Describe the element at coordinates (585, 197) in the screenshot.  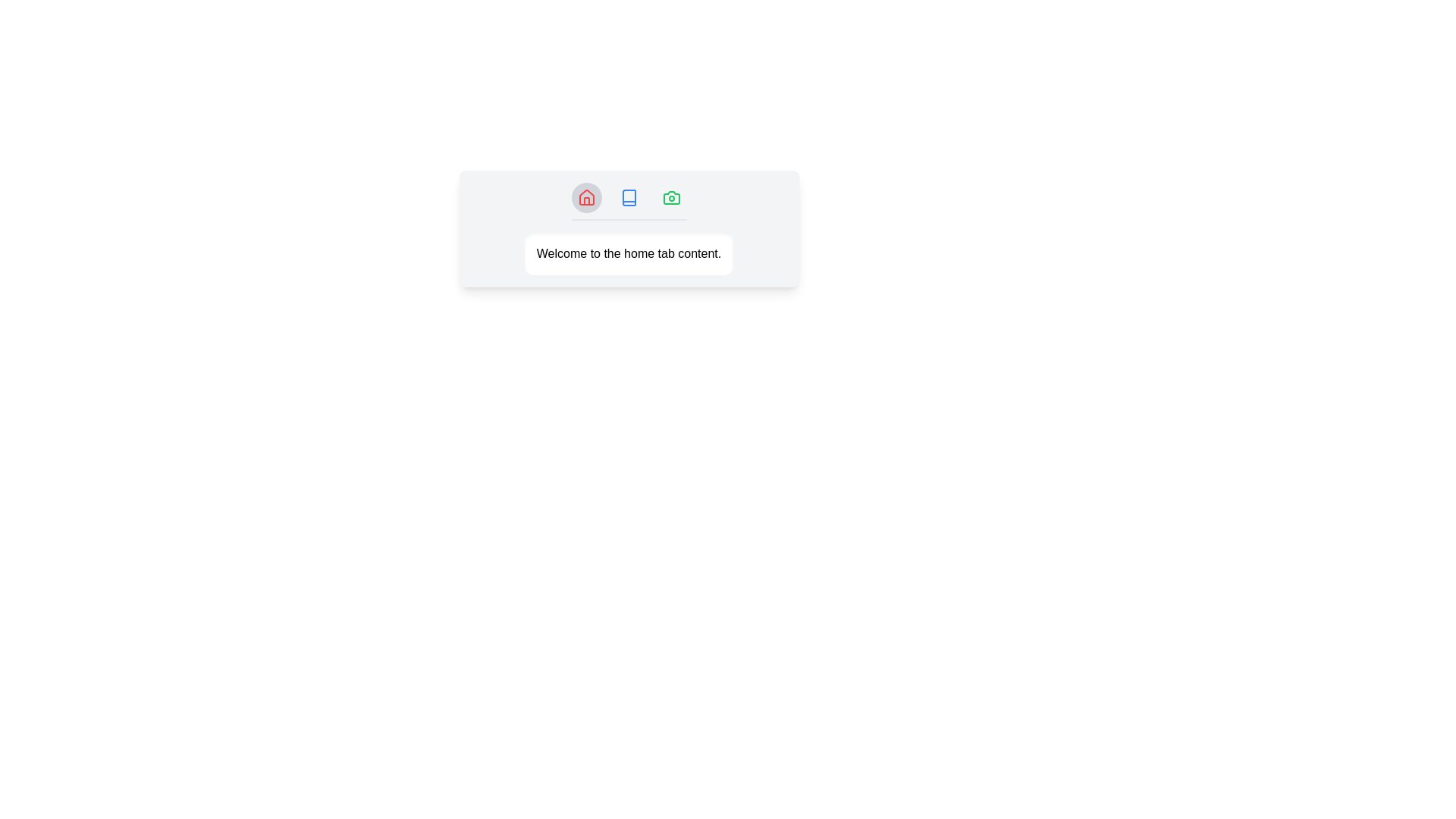
I see `the tab icon corresponding to Home to switch to that tab` at that location.